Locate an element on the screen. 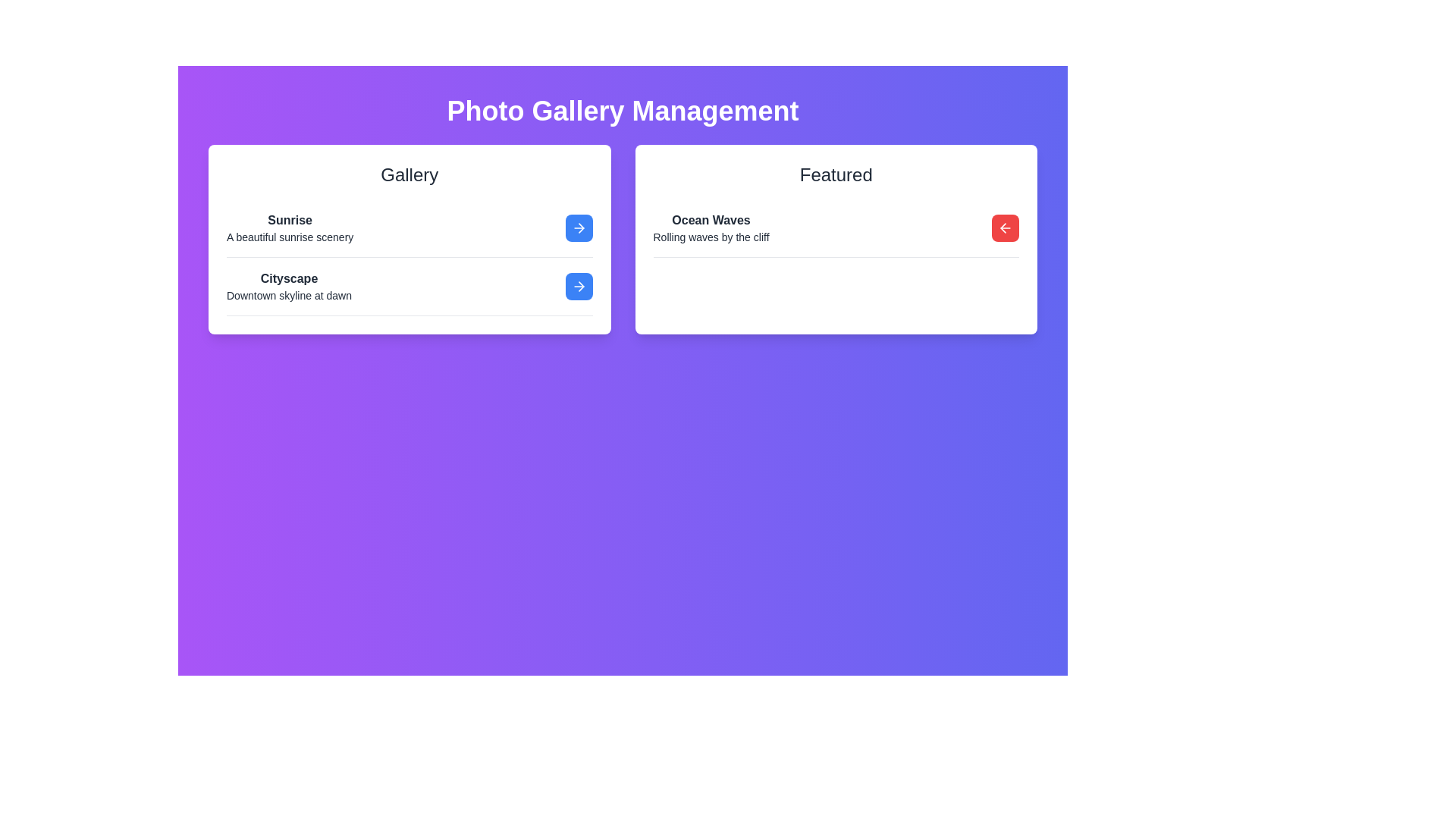 This screenshot has width=1456, height=819. the second button in the 'Gallery' section, which is an icon shaped like a rightward arrow with white strokes on a blue circular background is located at coordinates (578, 287).